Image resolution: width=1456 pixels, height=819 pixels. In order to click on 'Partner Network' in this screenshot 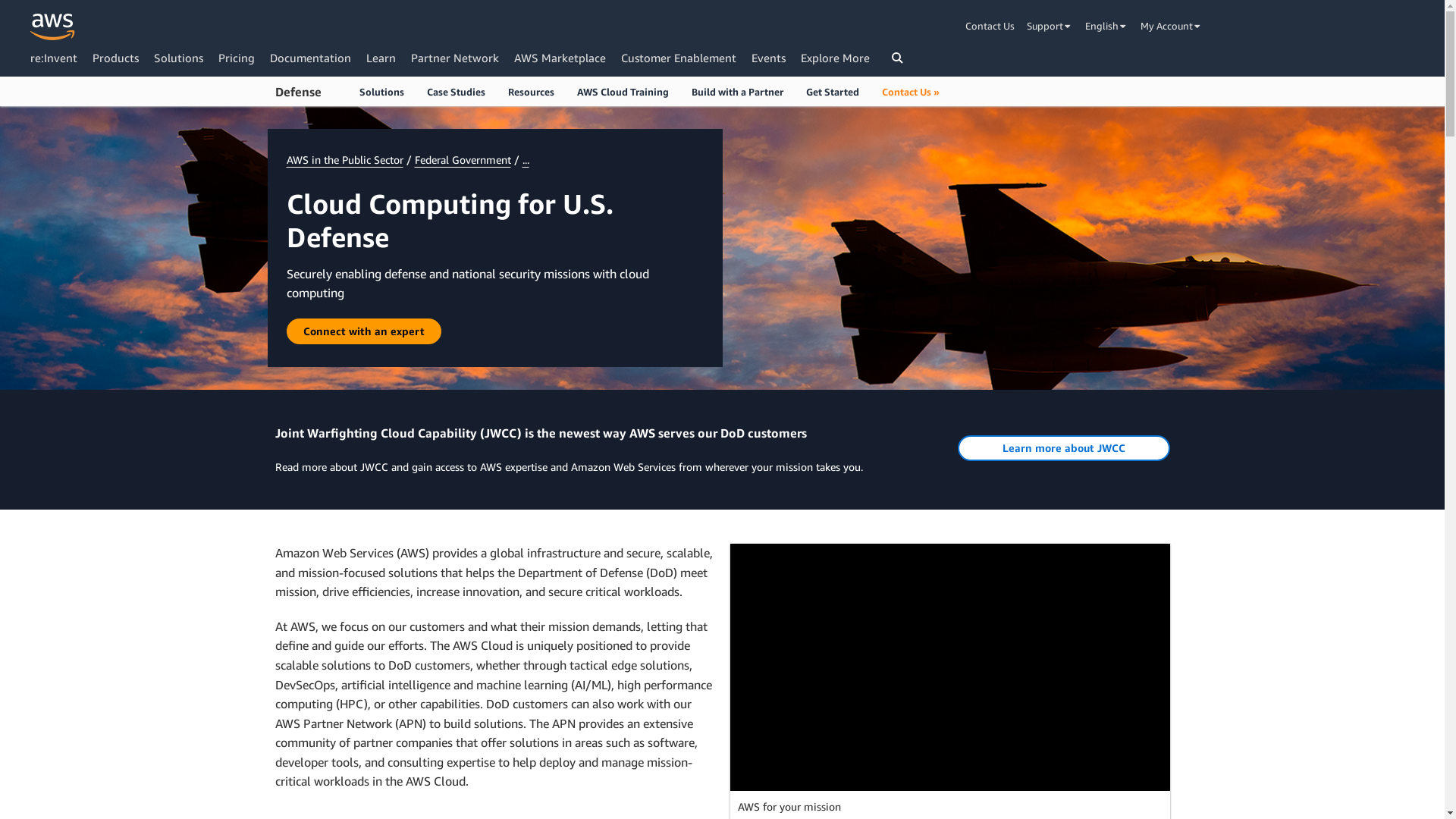, I will do `click(454, 57)`.